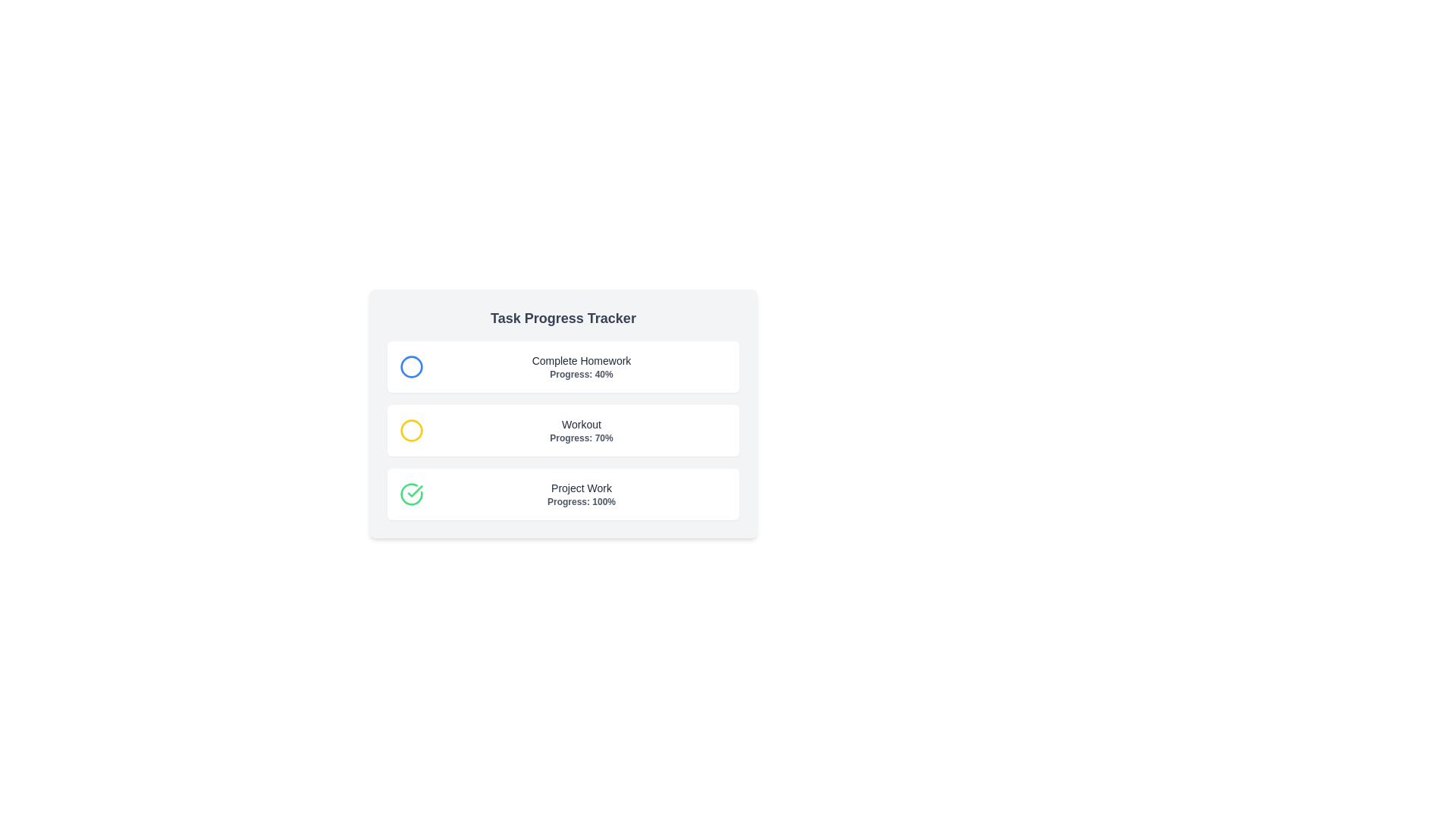 Image resolution: width=1456 pixels, height=819 pixels. I want to click on the progress card component representing the 'Workout' task, which shows a completion percentage of 70%. This card is positioned between the 'Complete Homework' and 'Project Work' cards in the vertical list of task progress indicators, so click(563, 430).